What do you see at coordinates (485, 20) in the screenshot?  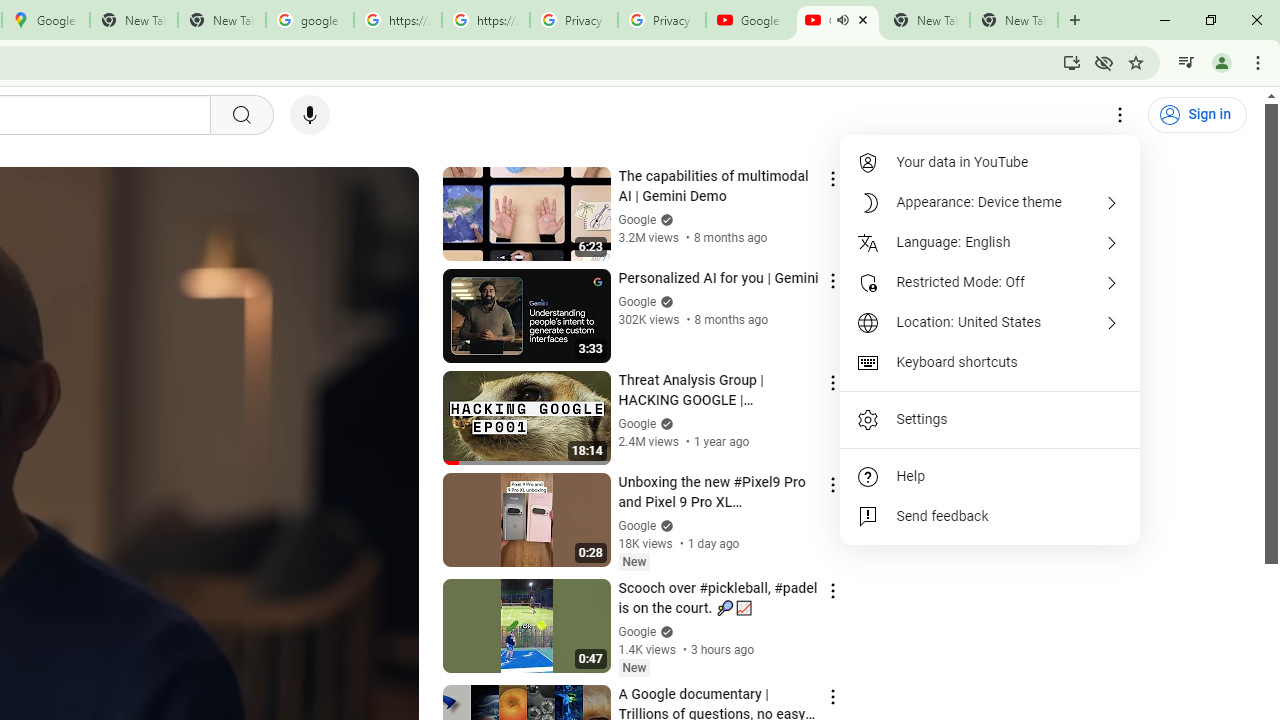 I see `'https://scholar.google.com/'` at bounding box center [485, 20].